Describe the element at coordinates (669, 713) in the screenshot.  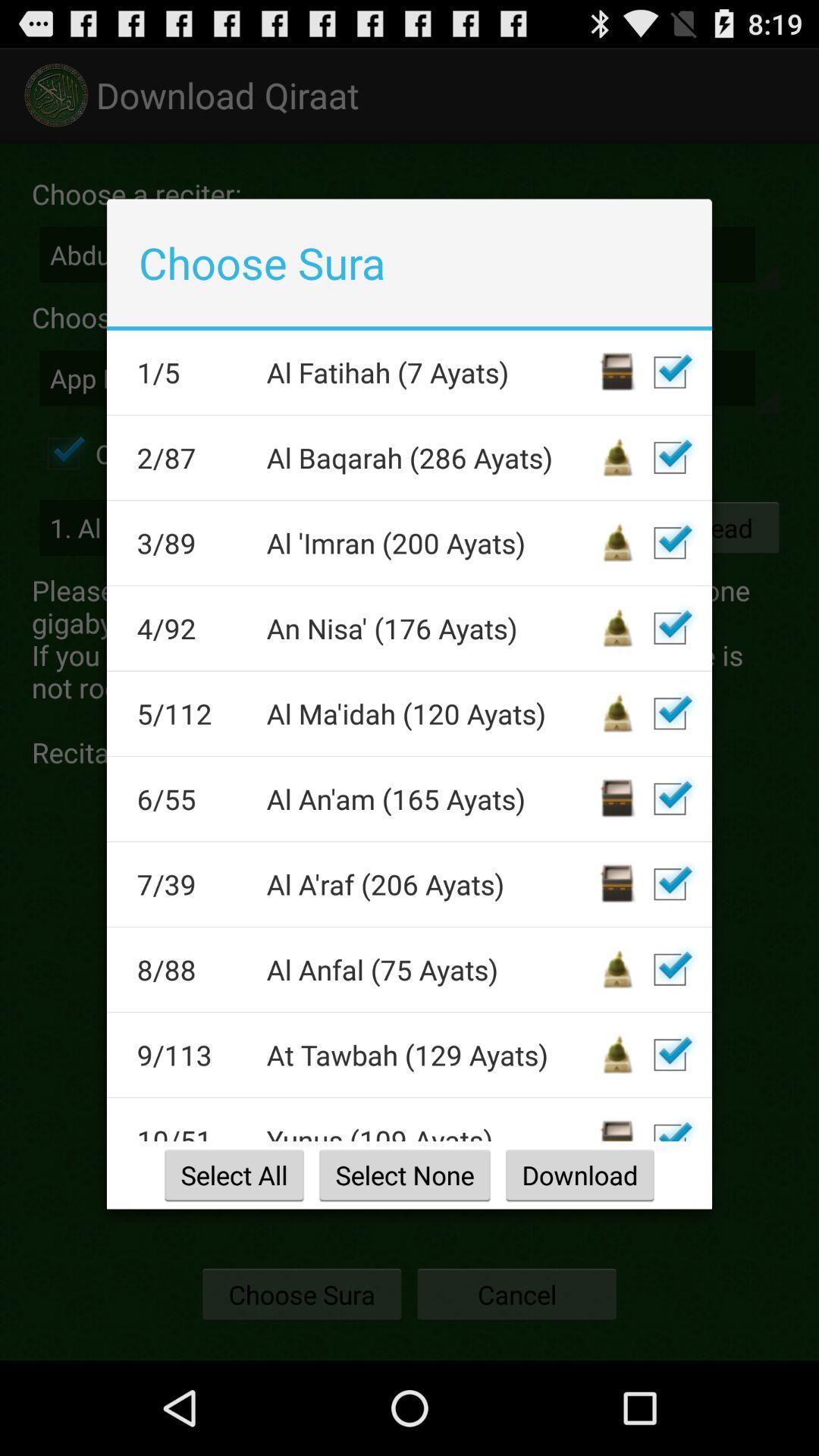
I see `check sura option` at that location.